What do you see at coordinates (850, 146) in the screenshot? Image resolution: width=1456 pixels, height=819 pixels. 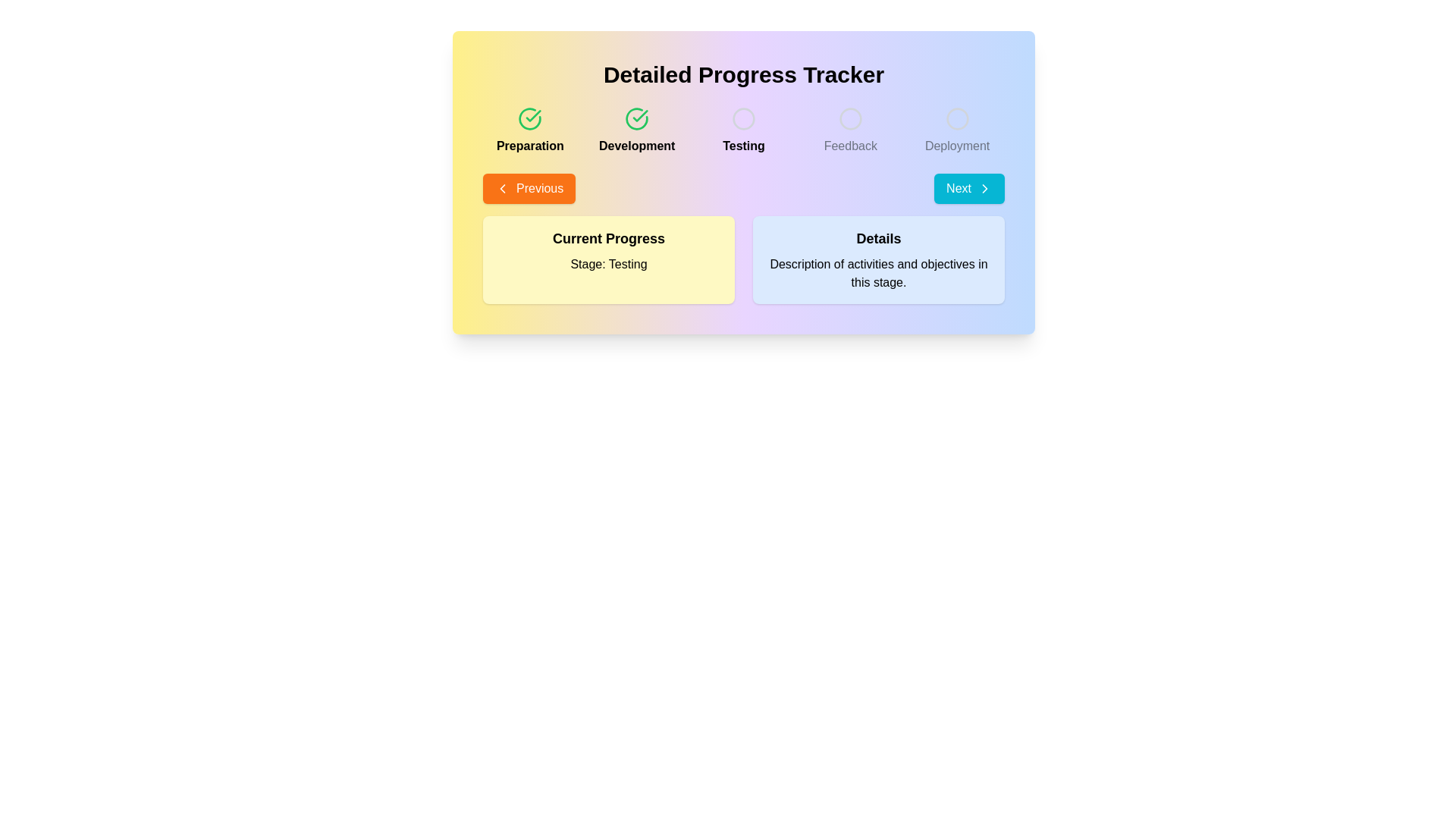 I see `the 'Feedback' label in the progress tracker, which is styled in gray and positioned below the circle indicator as the fourth stage` at bounding box center [850, 146].